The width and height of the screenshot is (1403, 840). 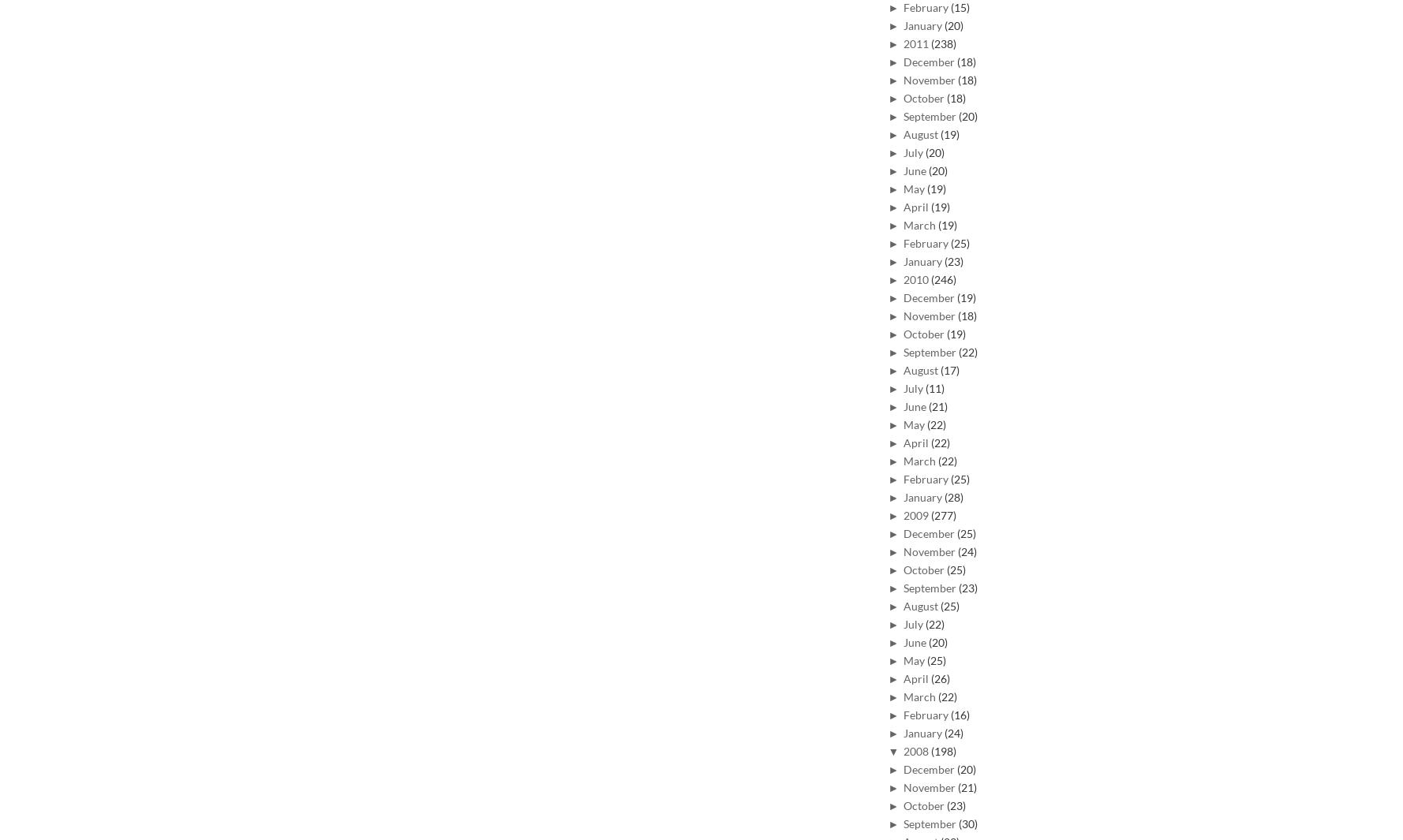 I want to click on '(11)', so click(x=935, y=386).